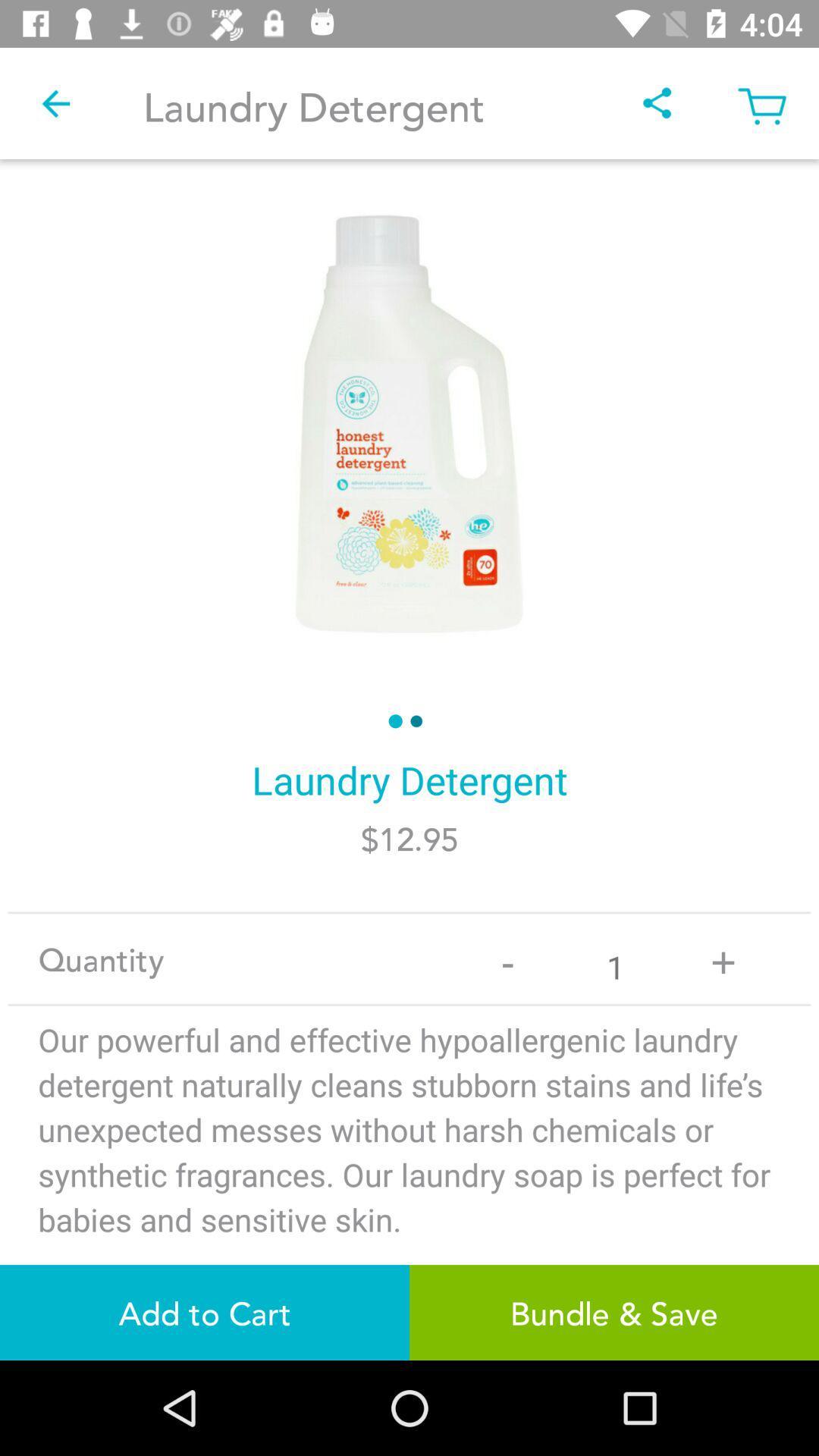 This screenshot has width=819, height=1456. I want to click on icon next to 1 app, so click(722, 958).